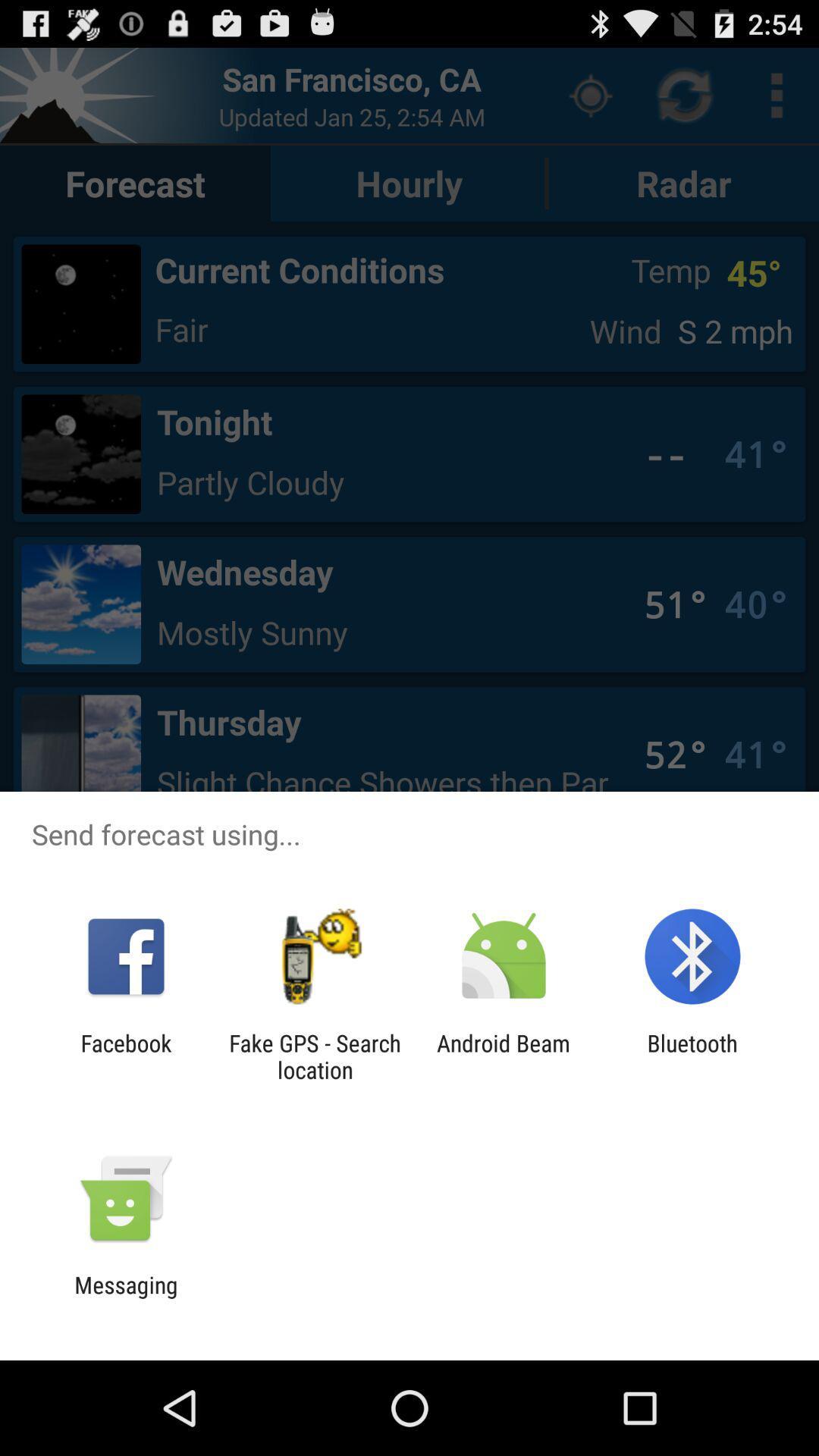 This screenshot has width=819, height=1456. What do you see at coordinates (125, 1298) in the screenshot?
I see `the messaging icon` at bounding box center [125, 1298].